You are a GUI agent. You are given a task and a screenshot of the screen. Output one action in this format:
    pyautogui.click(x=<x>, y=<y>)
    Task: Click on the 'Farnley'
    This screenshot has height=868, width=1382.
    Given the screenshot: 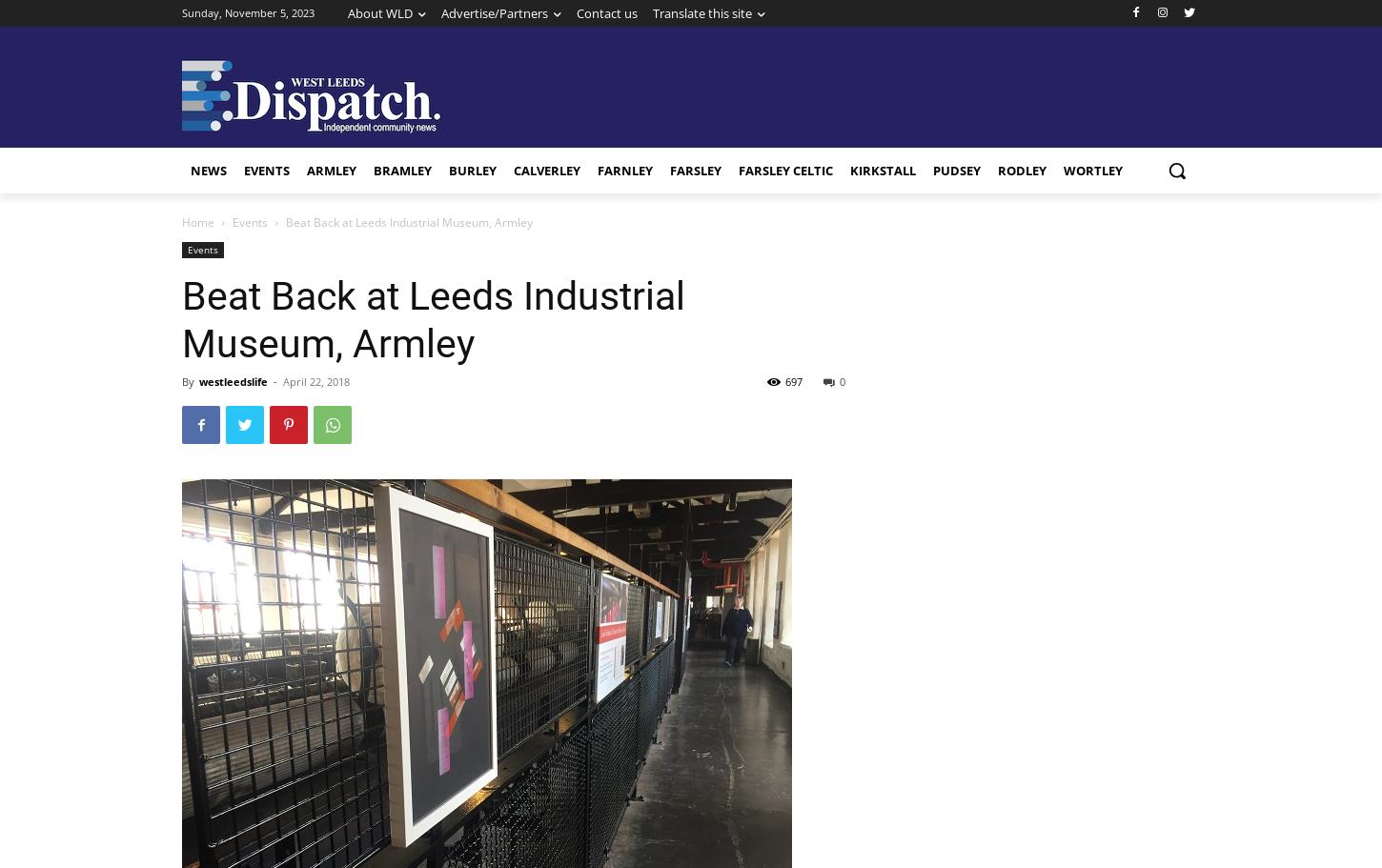 What is the action you would take?
    pyautogui.click(x=623, y=170)
    